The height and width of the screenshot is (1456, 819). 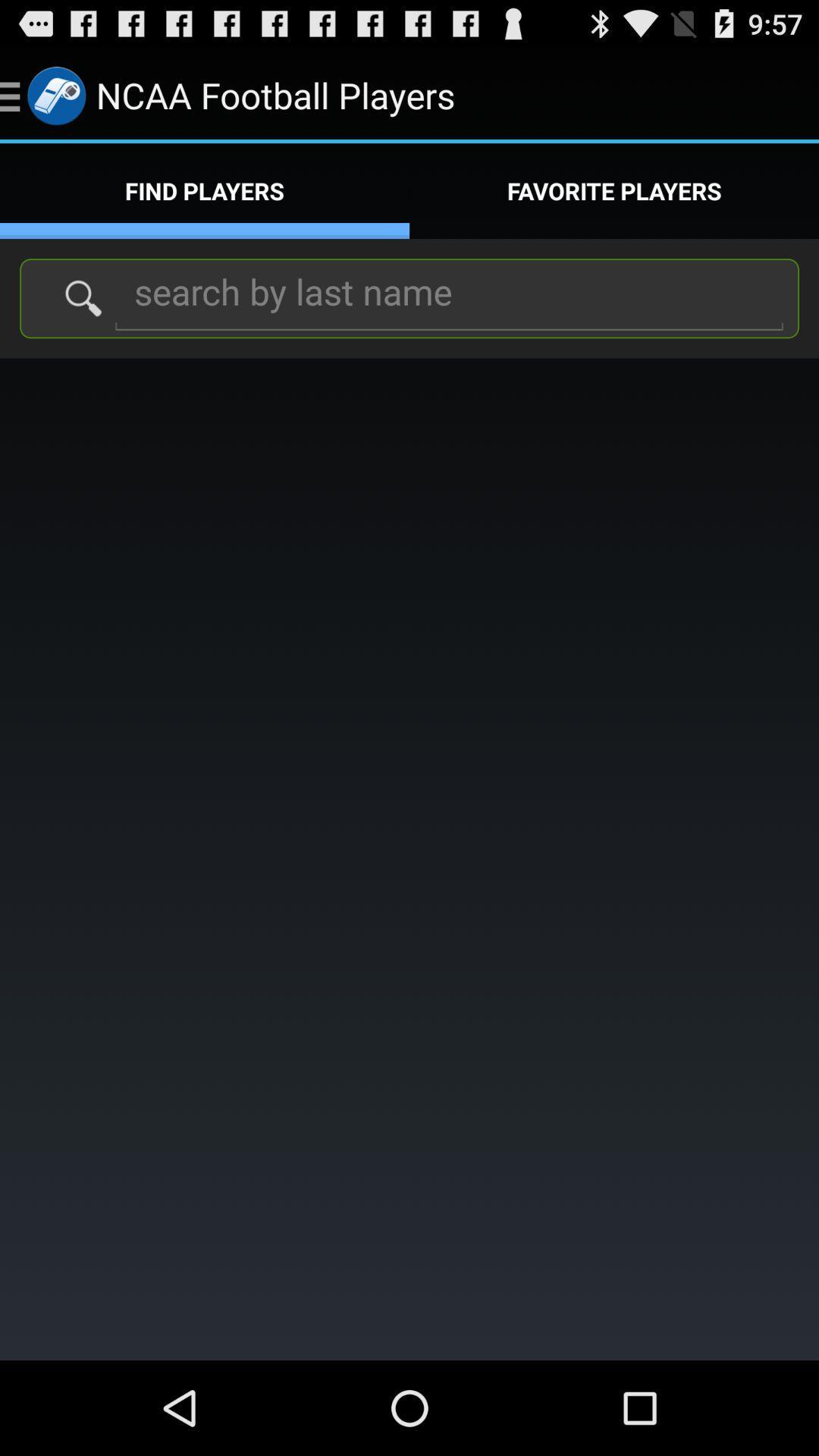 I want to click on the icon next to find players app, so click(x=614, y=190).